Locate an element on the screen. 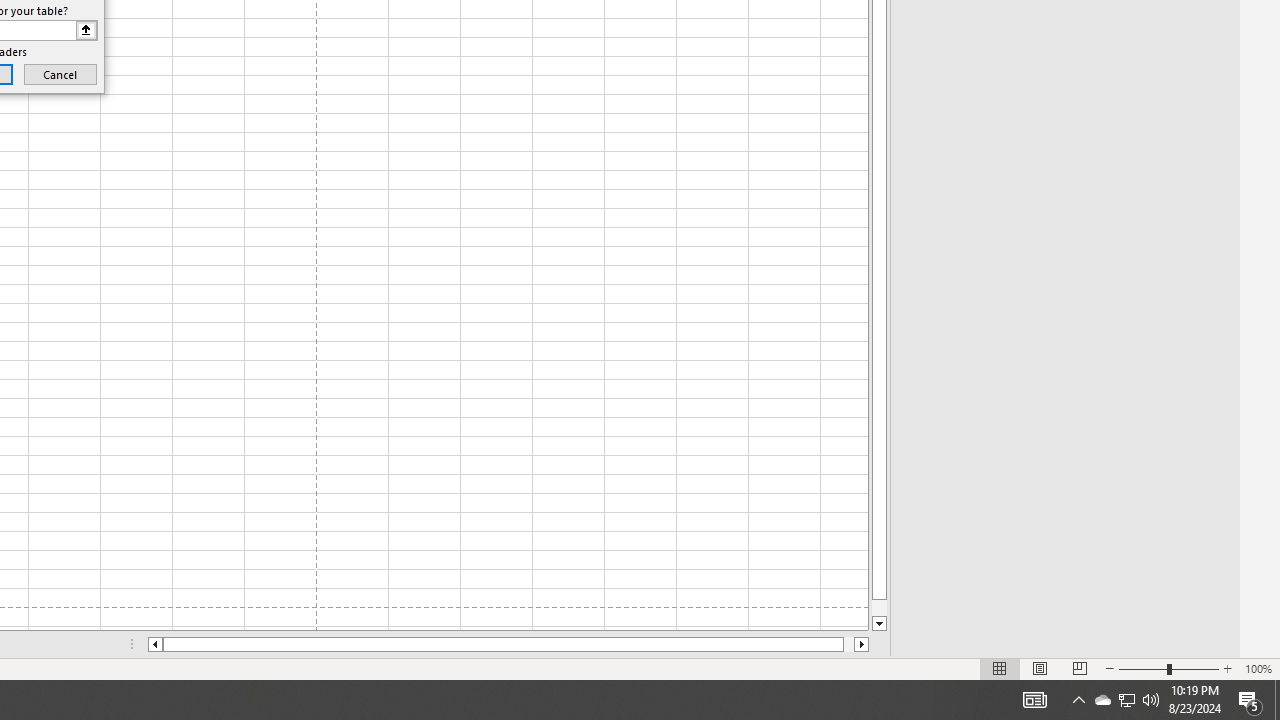  'Column left' is located at coordinates (153, 644).